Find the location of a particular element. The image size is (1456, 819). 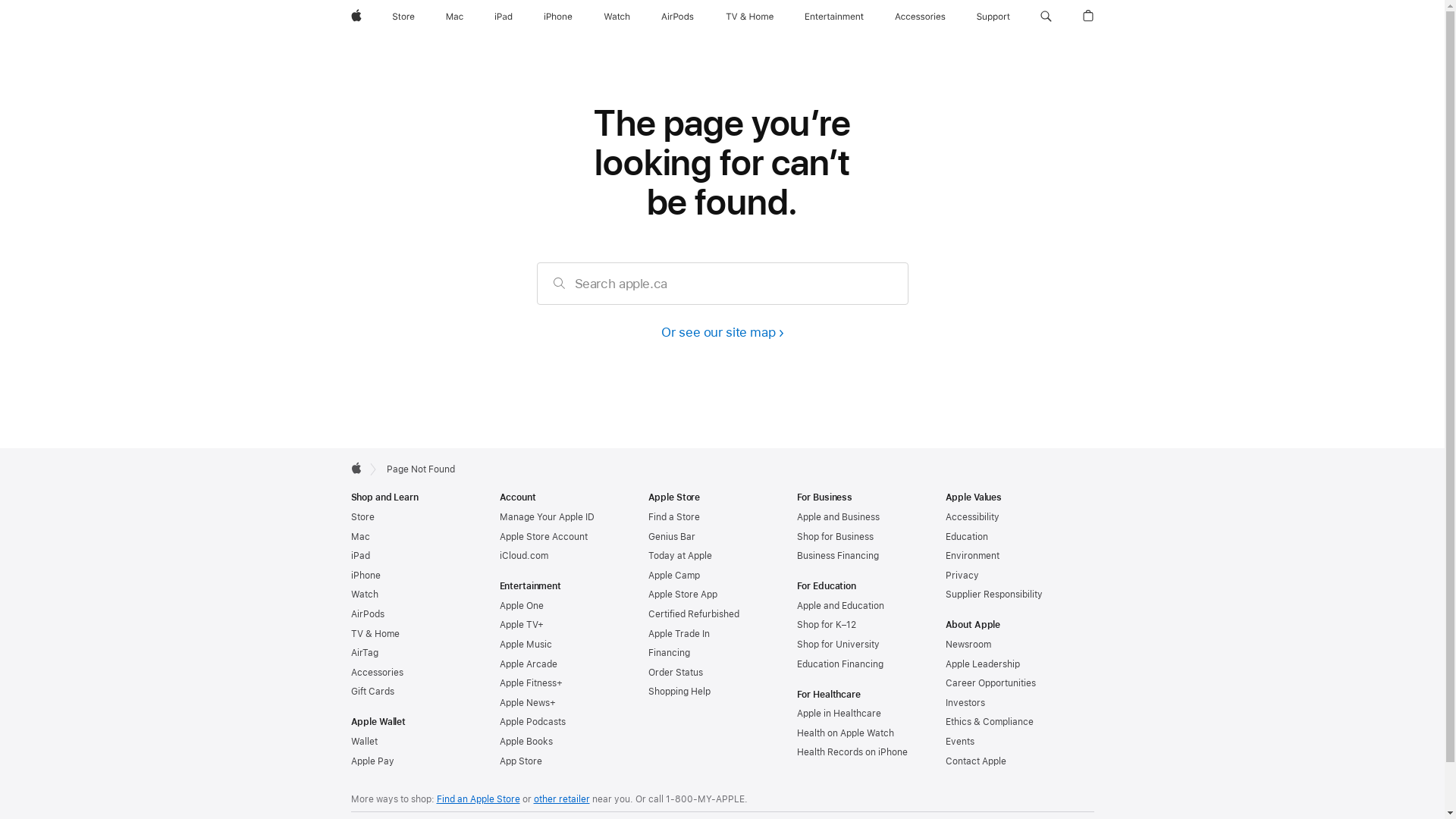

'Apple News+' is located at coordinates (527, 702).